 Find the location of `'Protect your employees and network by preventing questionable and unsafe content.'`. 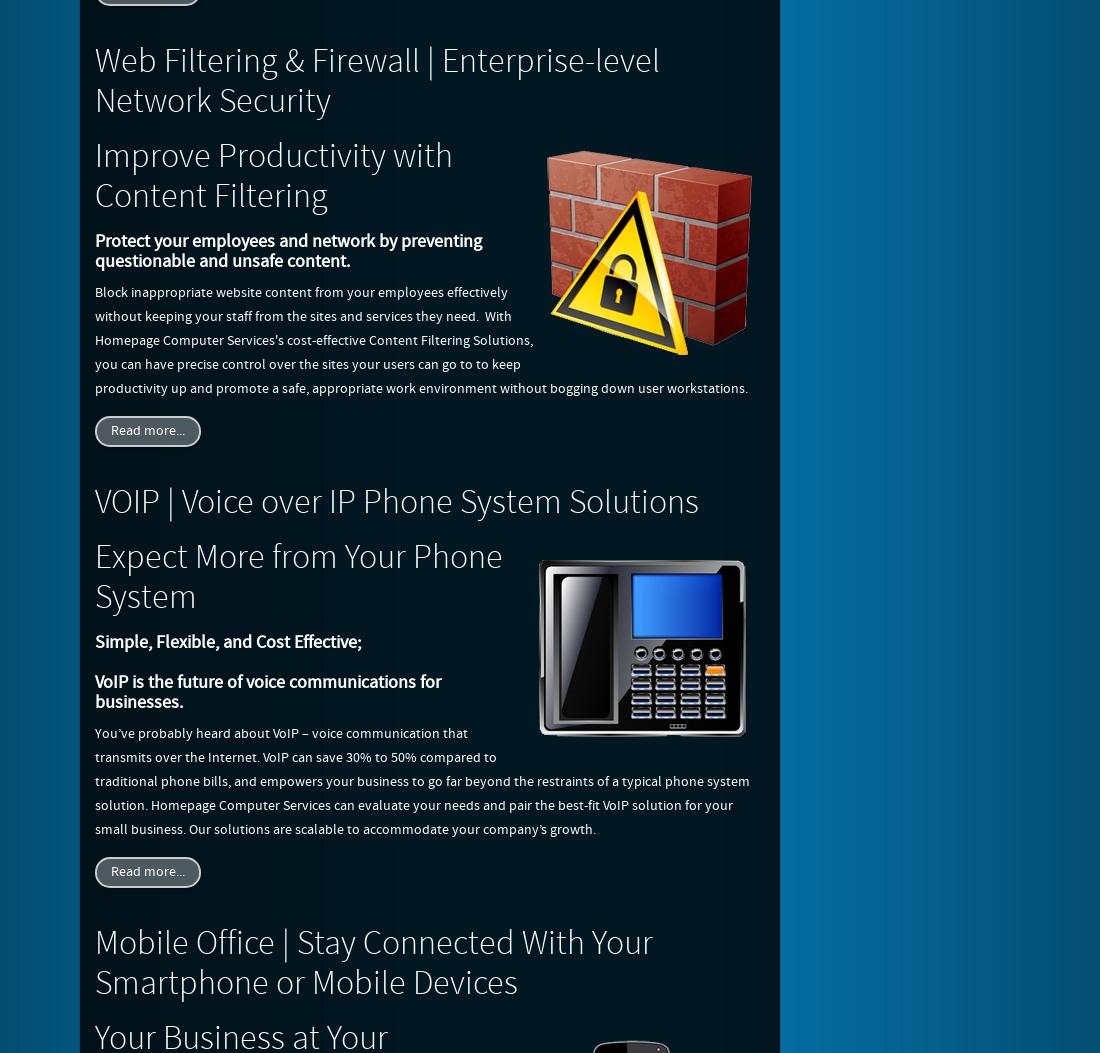

'Protect your employees and network by preventing questionable and unsafe content.' is located at coordinates (95, 250).